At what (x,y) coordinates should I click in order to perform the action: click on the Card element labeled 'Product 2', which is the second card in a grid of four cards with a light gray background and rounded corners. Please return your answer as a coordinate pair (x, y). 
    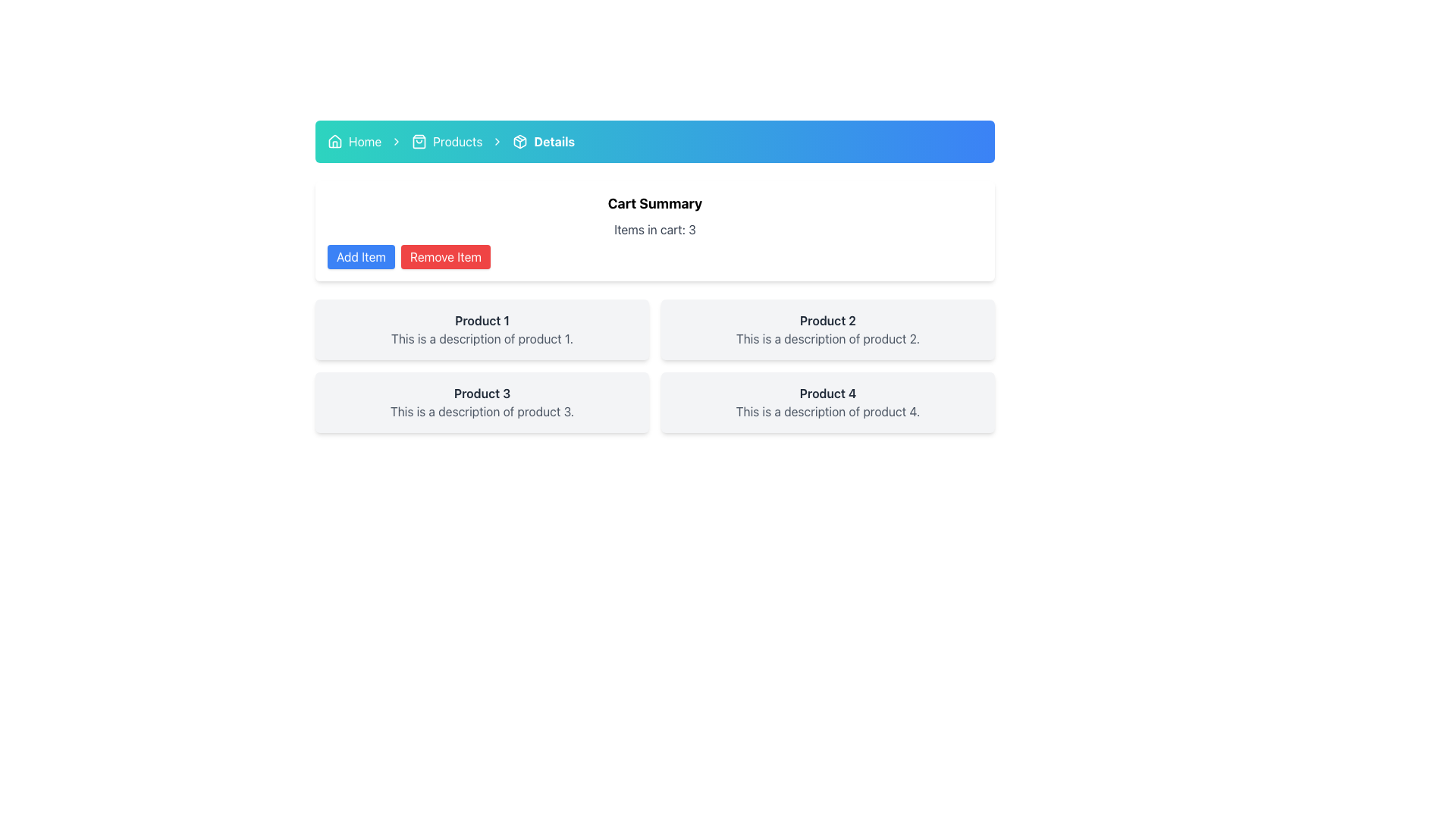
    Looking at the image, I should click on (827, 329).